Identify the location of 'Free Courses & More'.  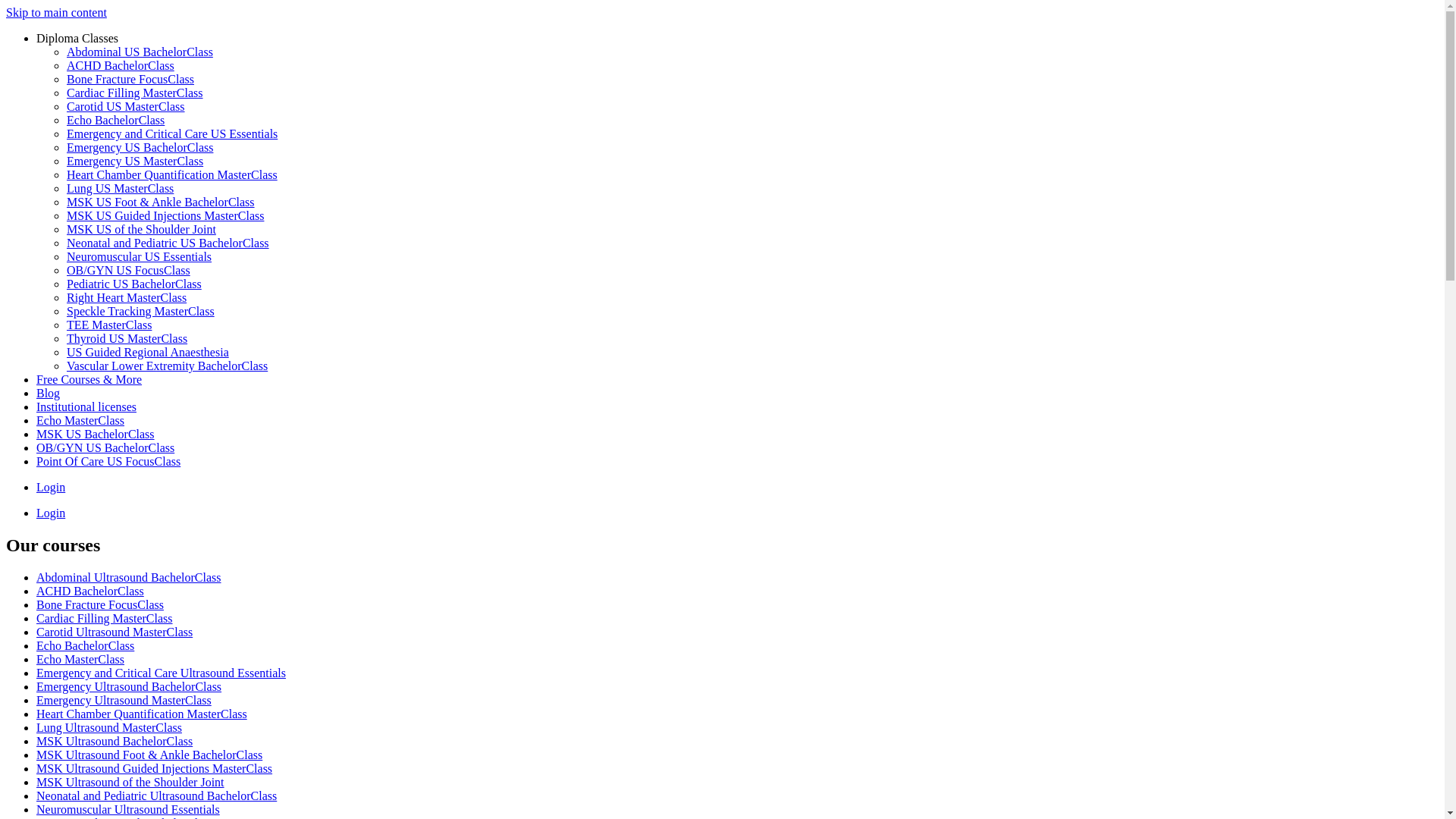
(36, 378).